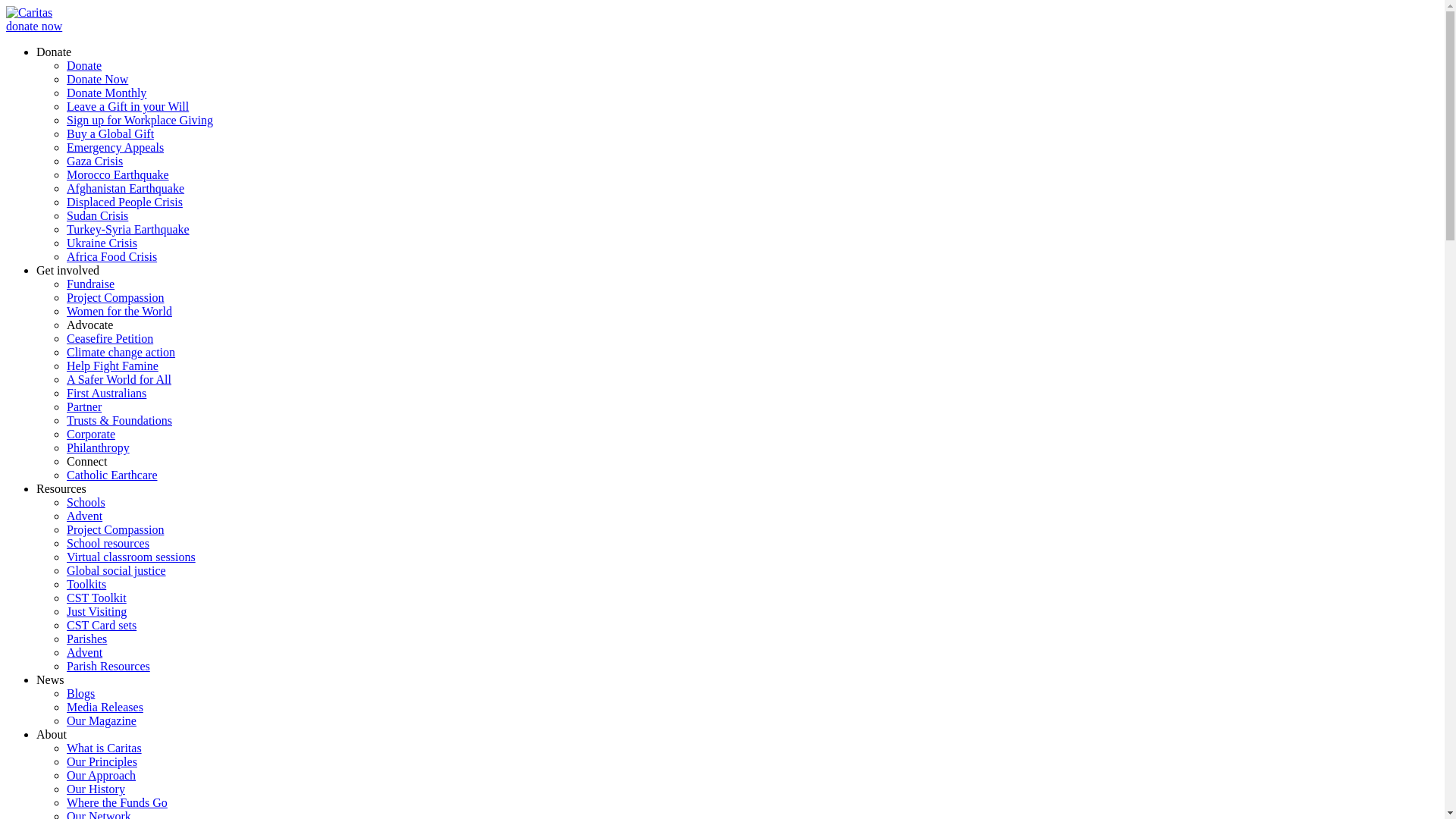 Image resolution: width=1456 pixels, height=819 pixels. Describe the element at coordinates (96, 610) in the screenshot. I see `'Just Visiting'` at that location.